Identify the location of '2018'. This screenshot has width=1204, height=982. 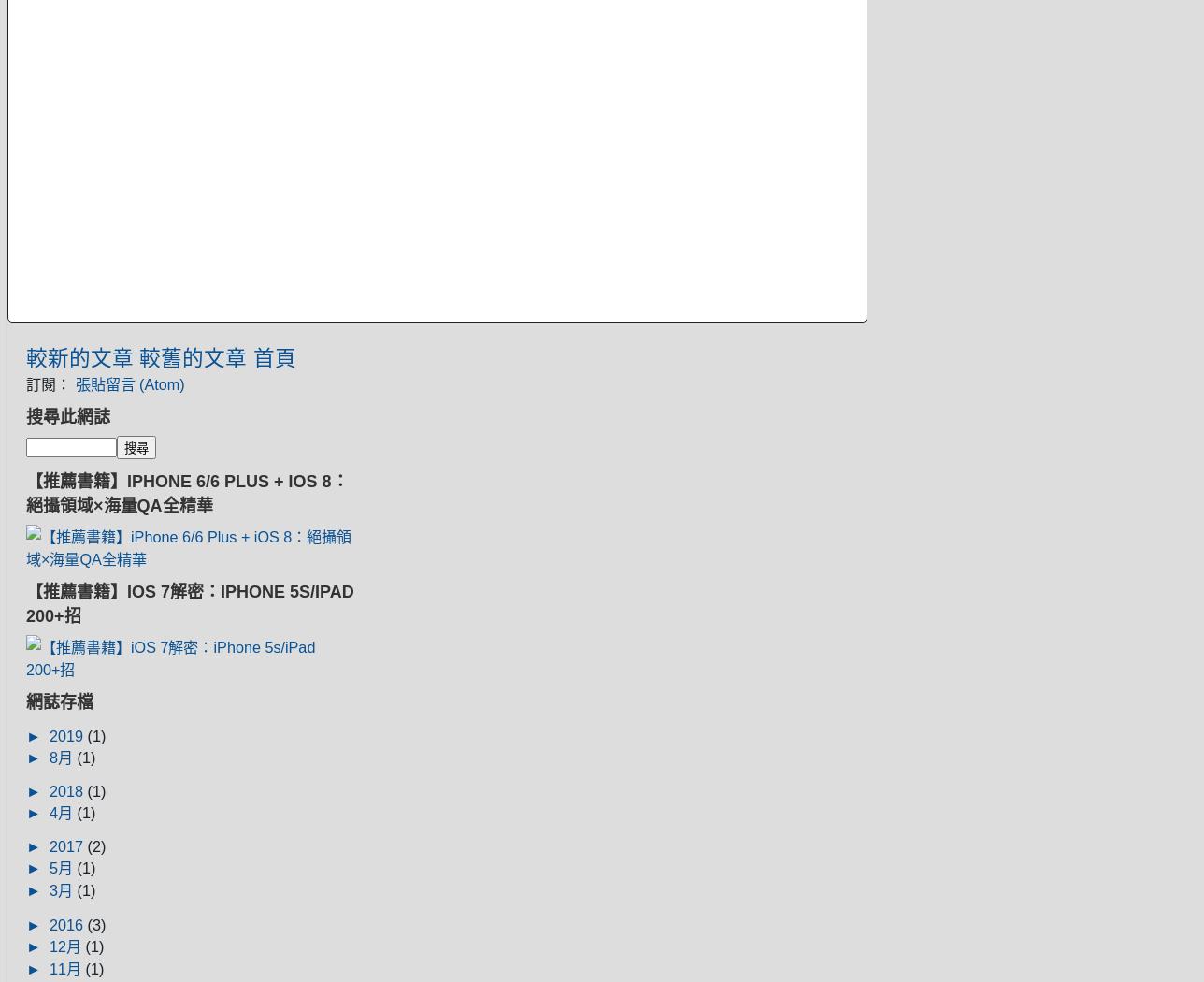
(68, 790).